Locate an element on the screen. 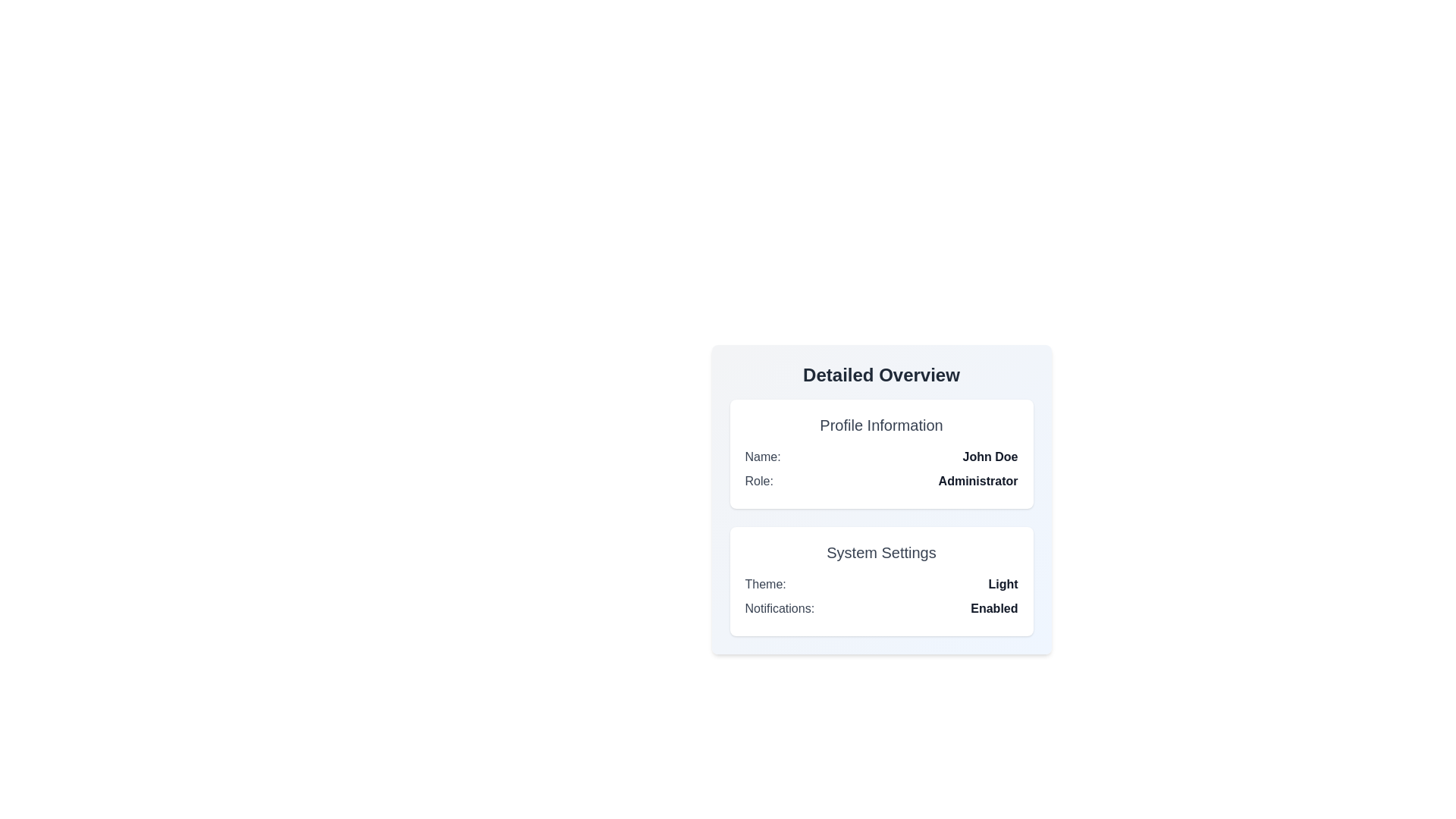 The image size is (1456, 819). the static text label displaying 'Role:' styled with a gray font, located on the left side of the line containing the role information under the 'Profile Information' section is located at coordinates (759, 482).